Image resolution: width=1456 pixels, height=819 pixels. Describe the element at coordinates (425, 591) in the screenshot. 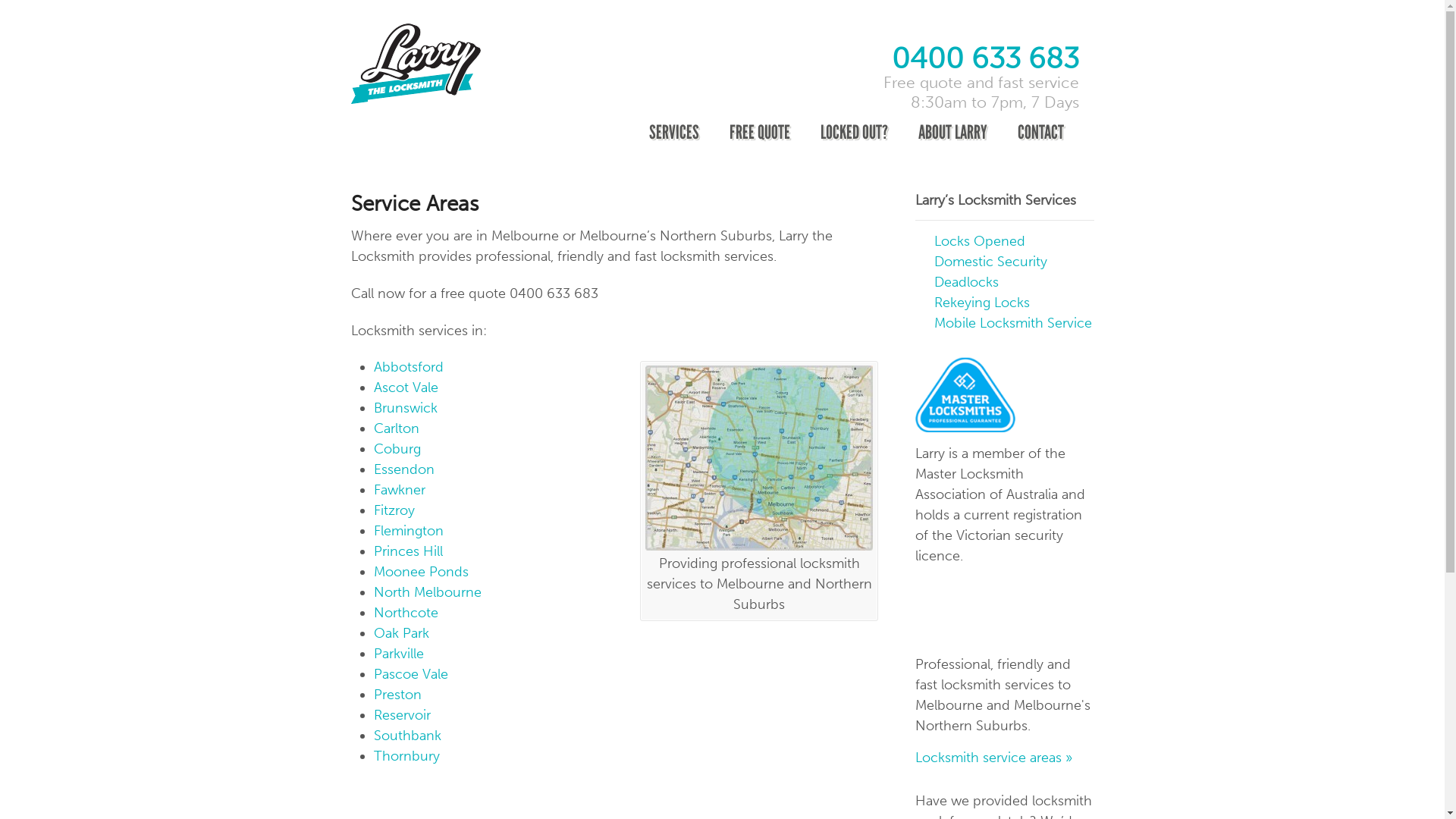

I see `'North Melbourne'` at that location.